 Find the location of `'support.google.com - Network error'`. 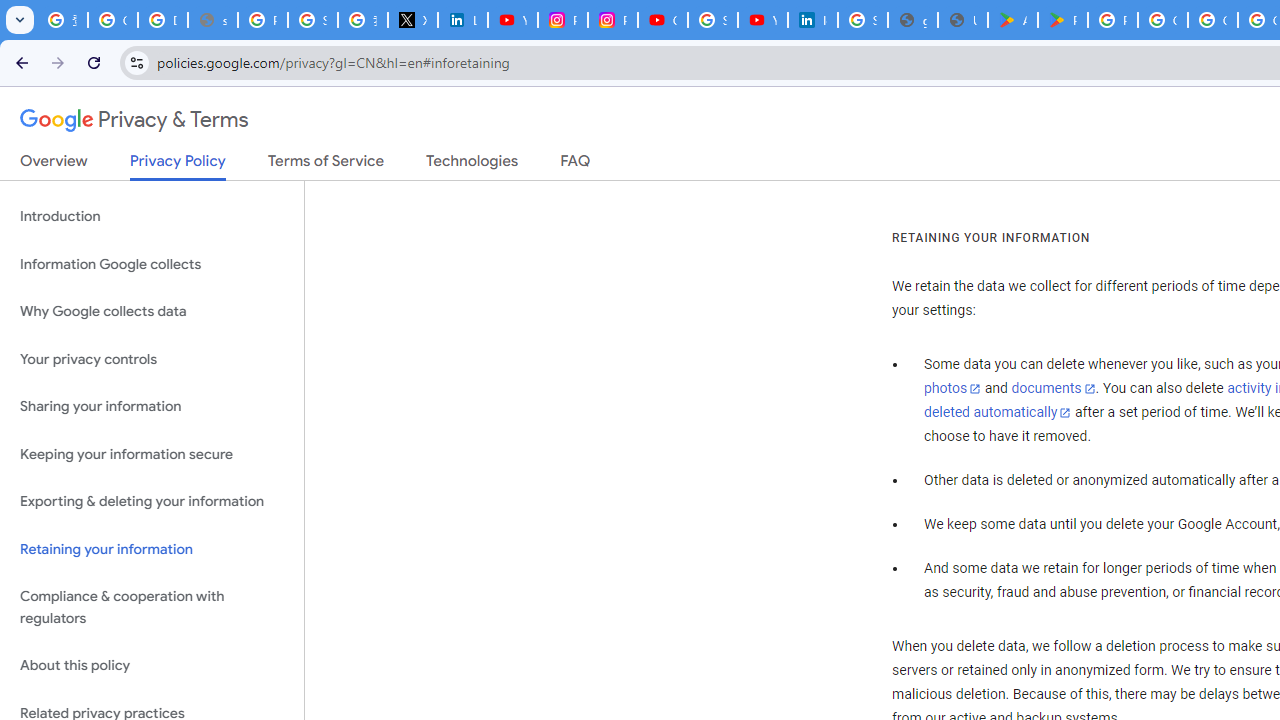

'support.google.com - Network error' is located at coordinates (213, 20).